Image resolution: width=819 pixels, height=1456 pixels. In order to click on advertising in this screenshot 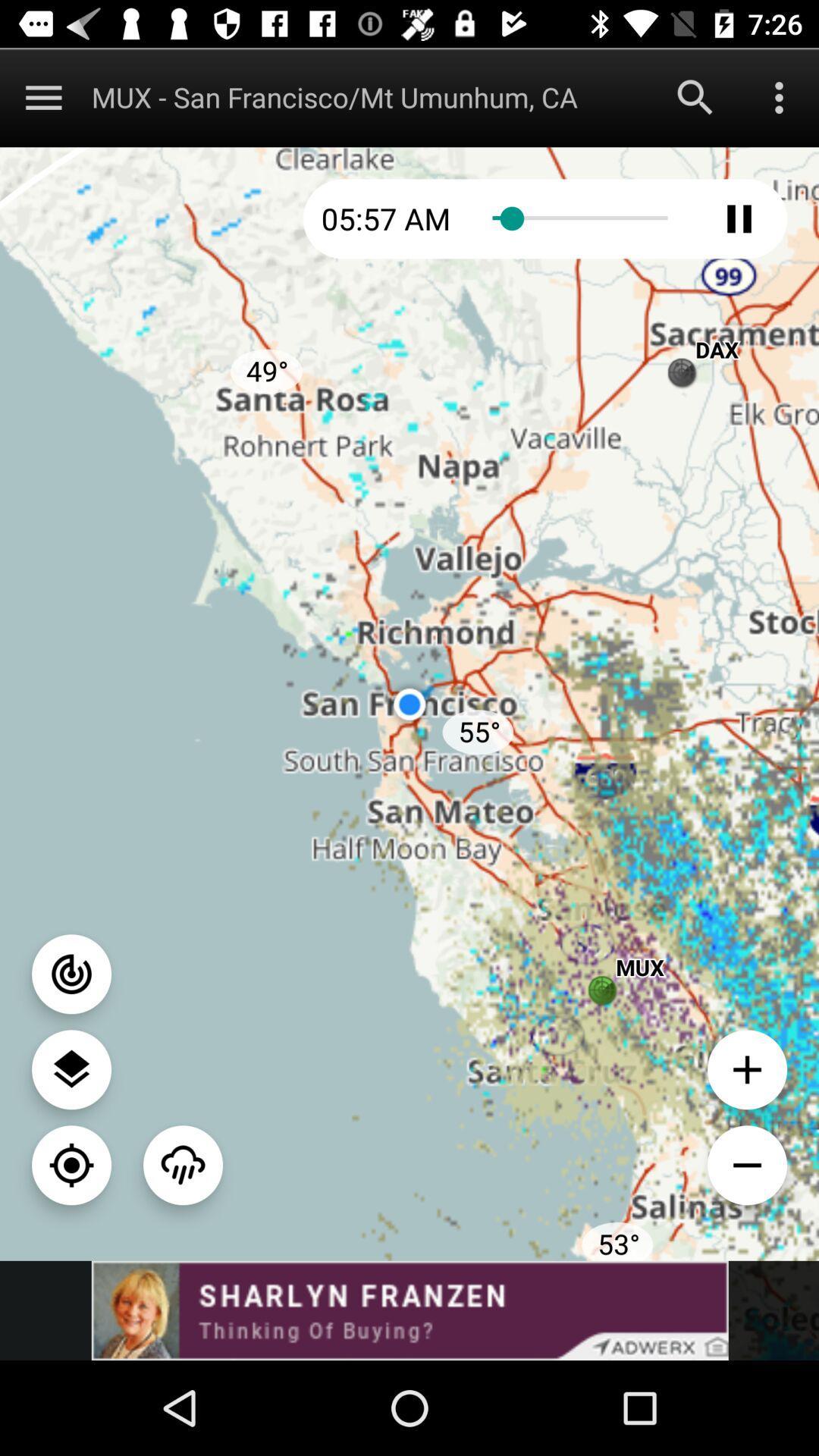, I will do `click(409, 1310)`.